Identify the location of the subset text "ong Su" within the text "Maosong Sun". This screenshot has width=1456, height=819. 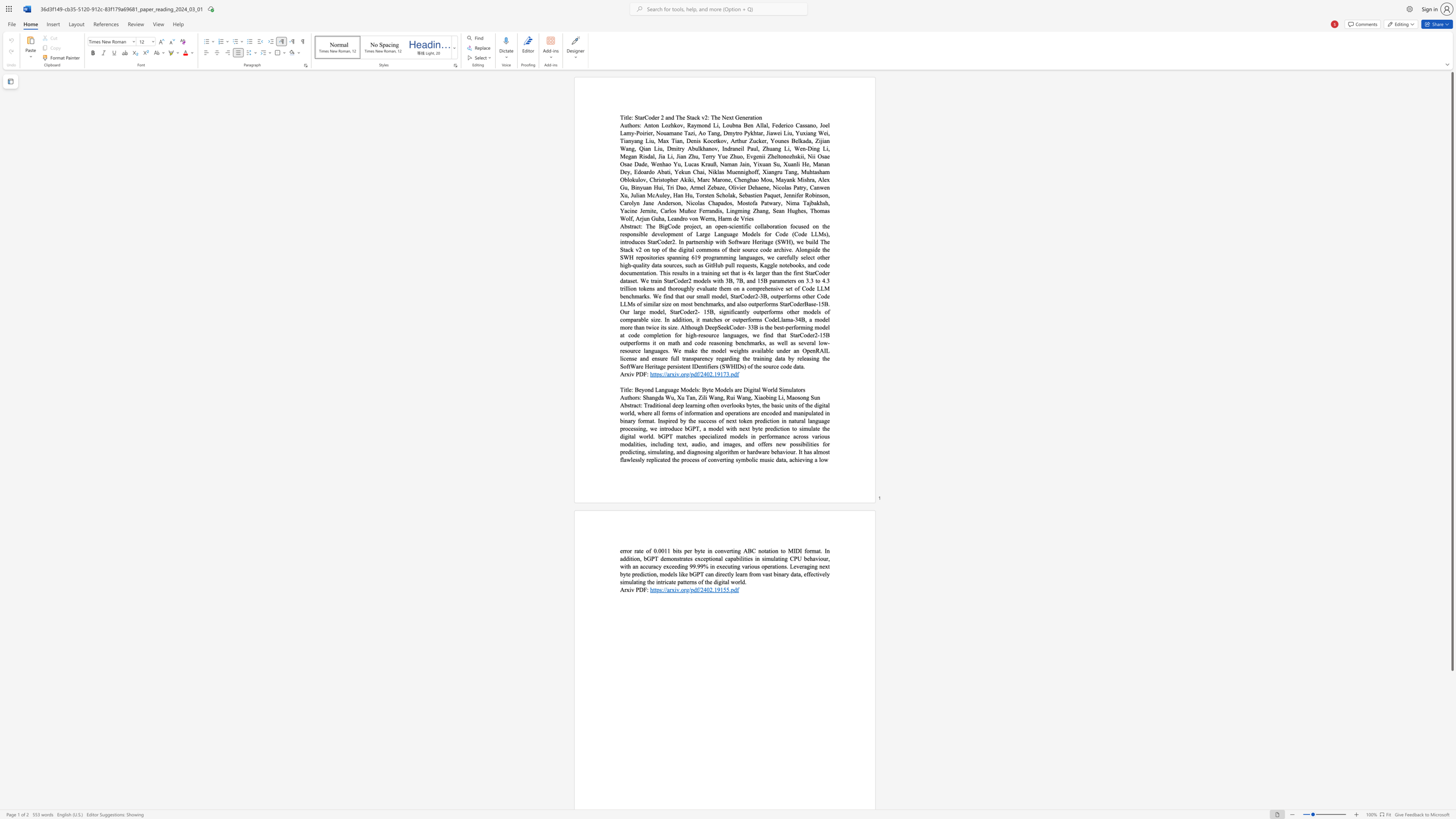
(800, 397).